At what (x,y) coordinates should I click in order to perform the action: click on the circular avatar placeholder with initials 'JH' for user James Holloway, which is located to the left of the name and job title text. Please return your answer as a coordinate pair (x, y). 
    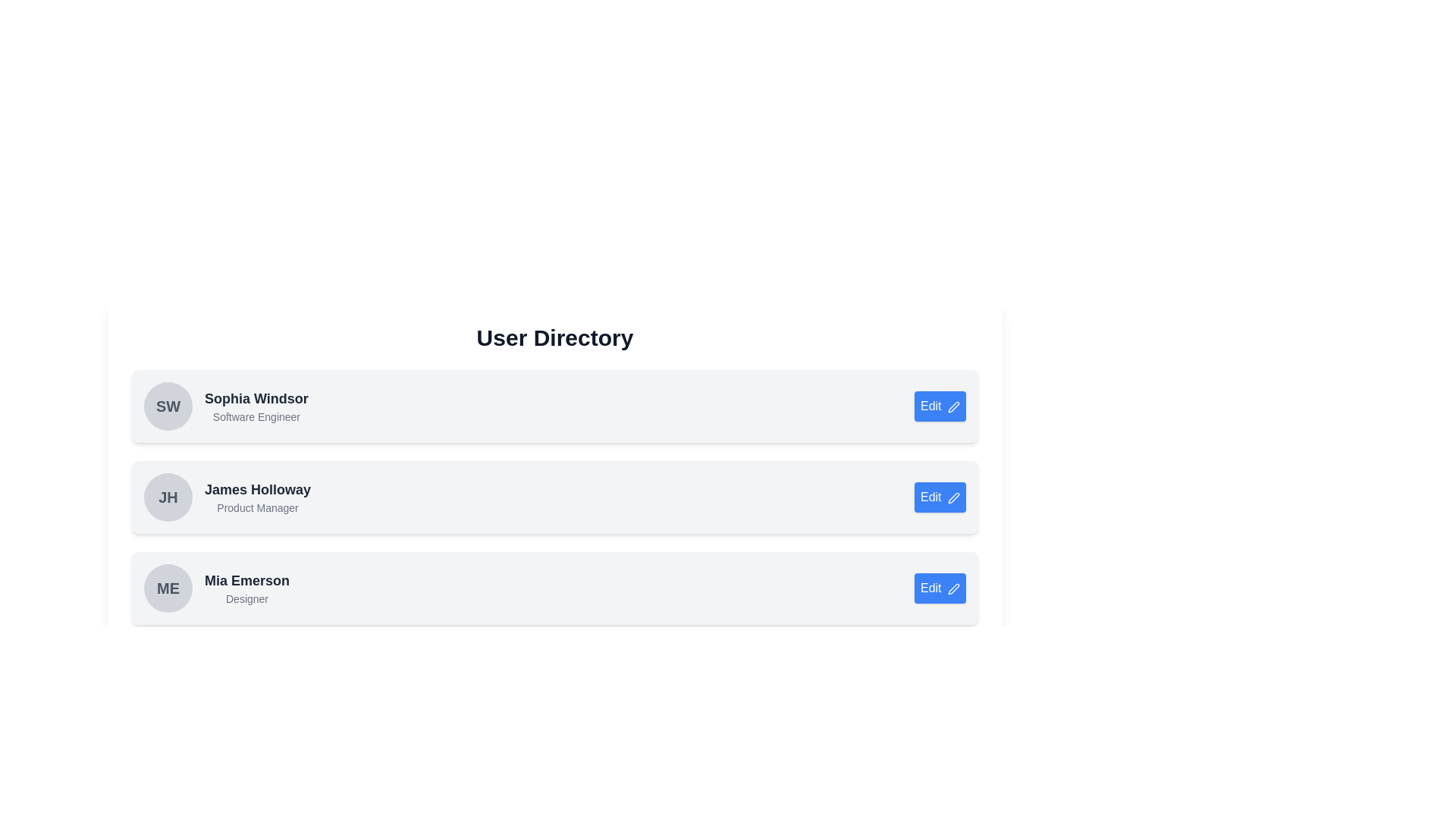
    Looking at the image, I should click on (168, 497).